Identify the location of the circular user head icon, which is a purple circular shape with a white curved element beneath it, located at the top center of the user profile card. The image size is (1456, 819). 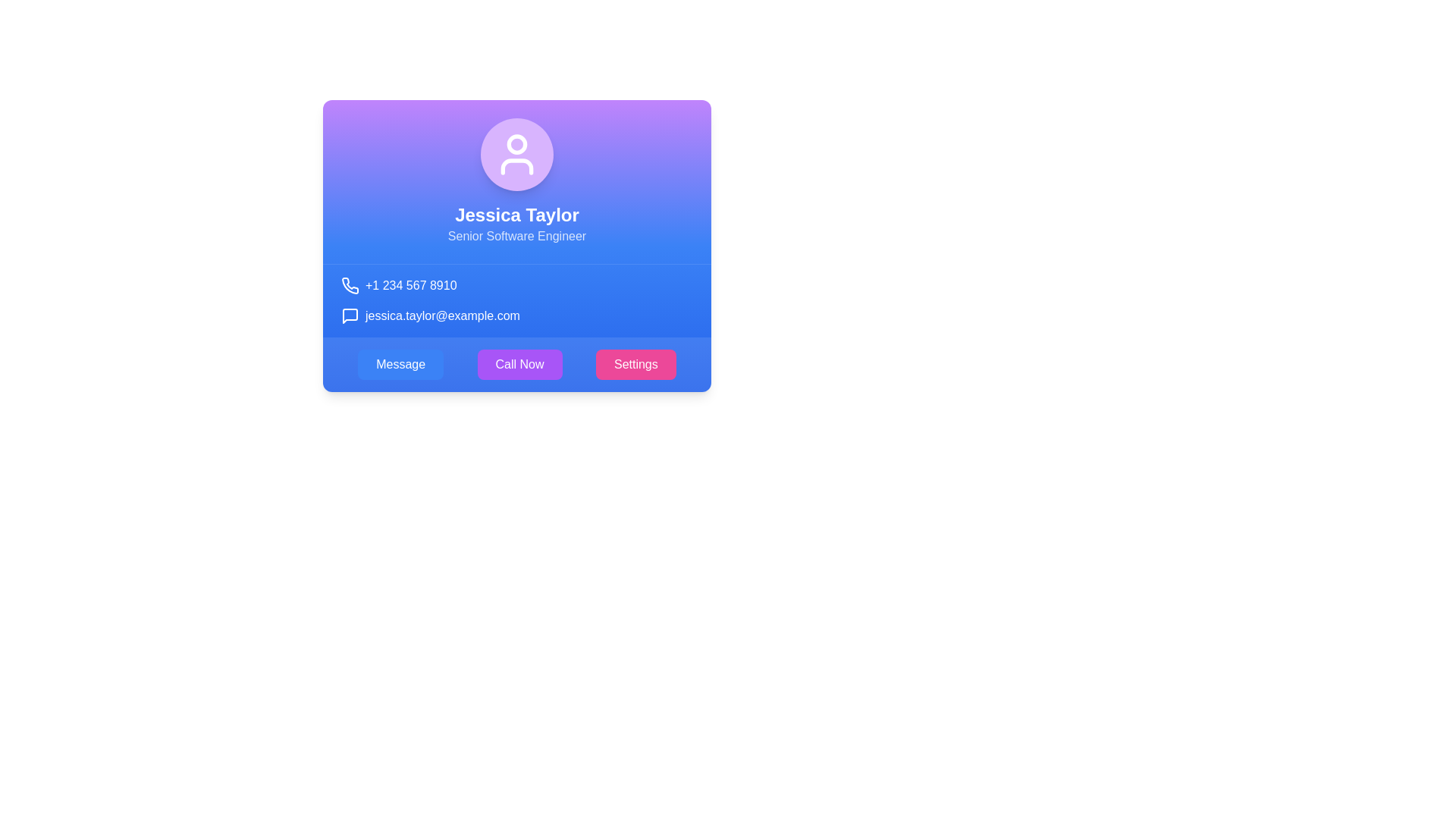
(516, 143).